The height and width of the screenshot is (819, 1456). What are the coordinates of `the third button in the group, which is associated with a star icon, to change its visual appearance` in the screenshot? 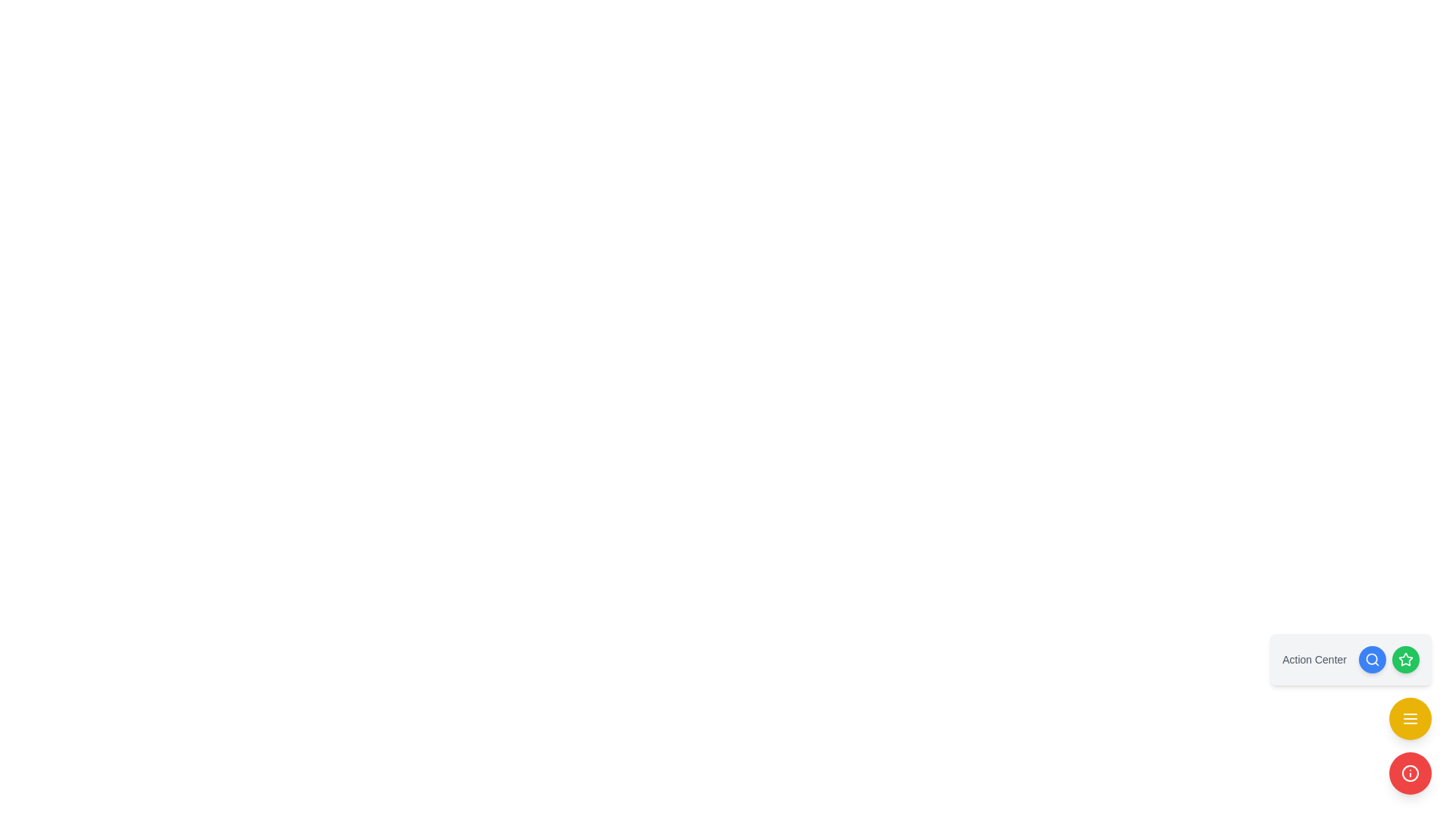 It's located at (1404, 659).